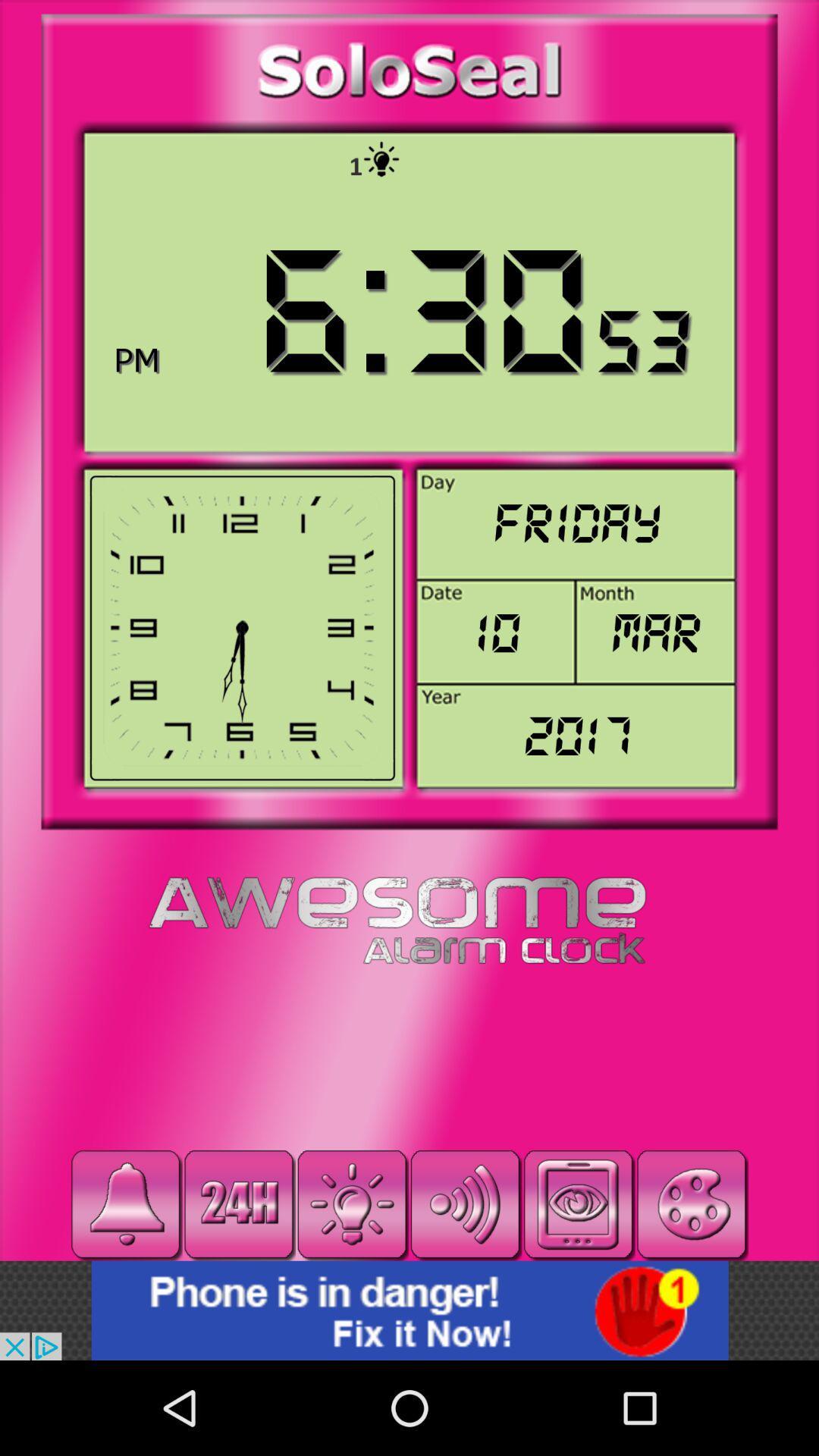 Image resolution: width=819 pixels, height=1456 pixels. What do you see at coordinates (464, 1203) in the screenshot?
I see `volume control` at bounding box center [464, 1203].